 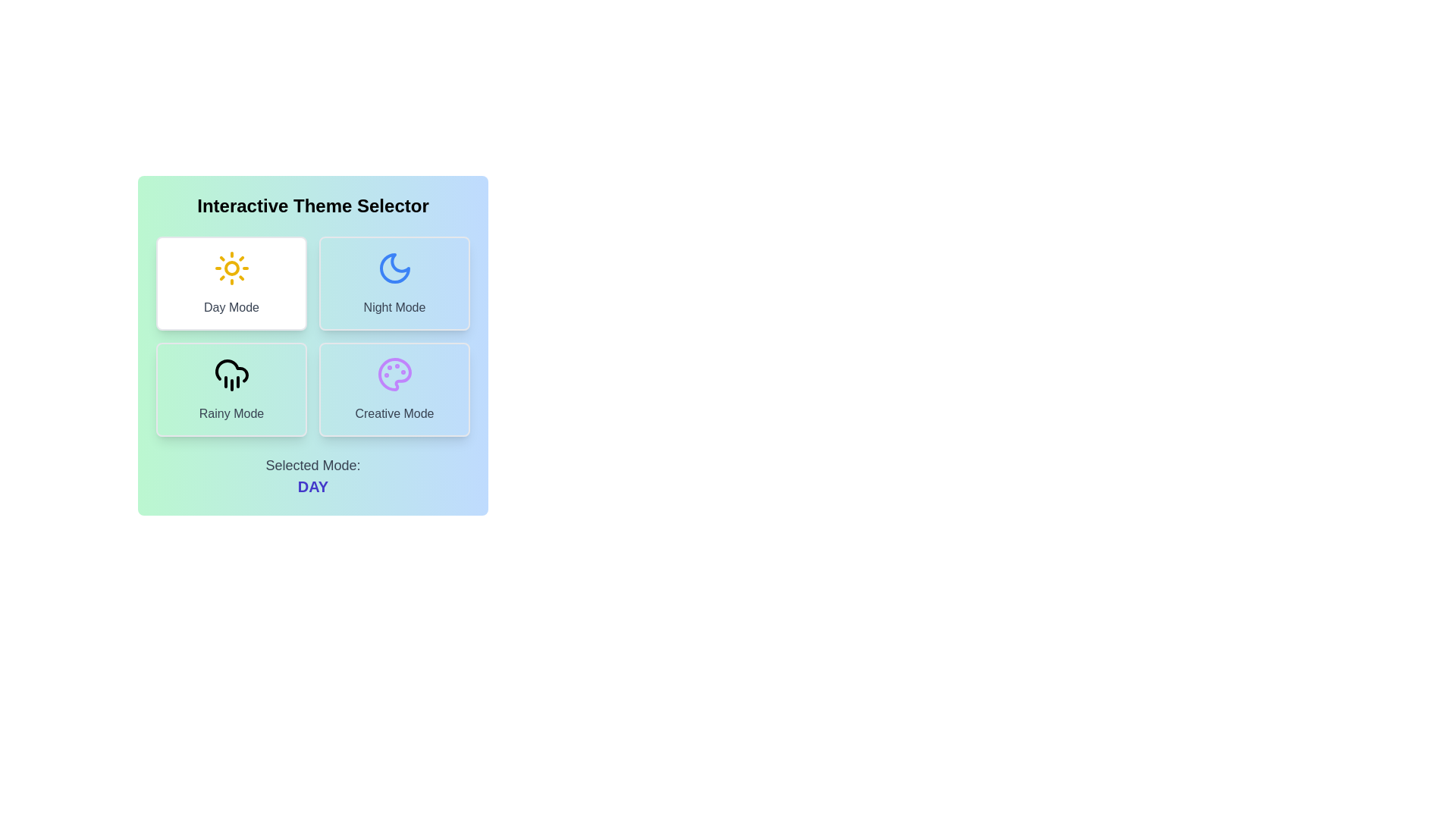 What do you see at coordinates (394, 388) in the screenshot?
I see `the theme Creative Mode by clicking its corresponding button` at bounding box center [394, 388].